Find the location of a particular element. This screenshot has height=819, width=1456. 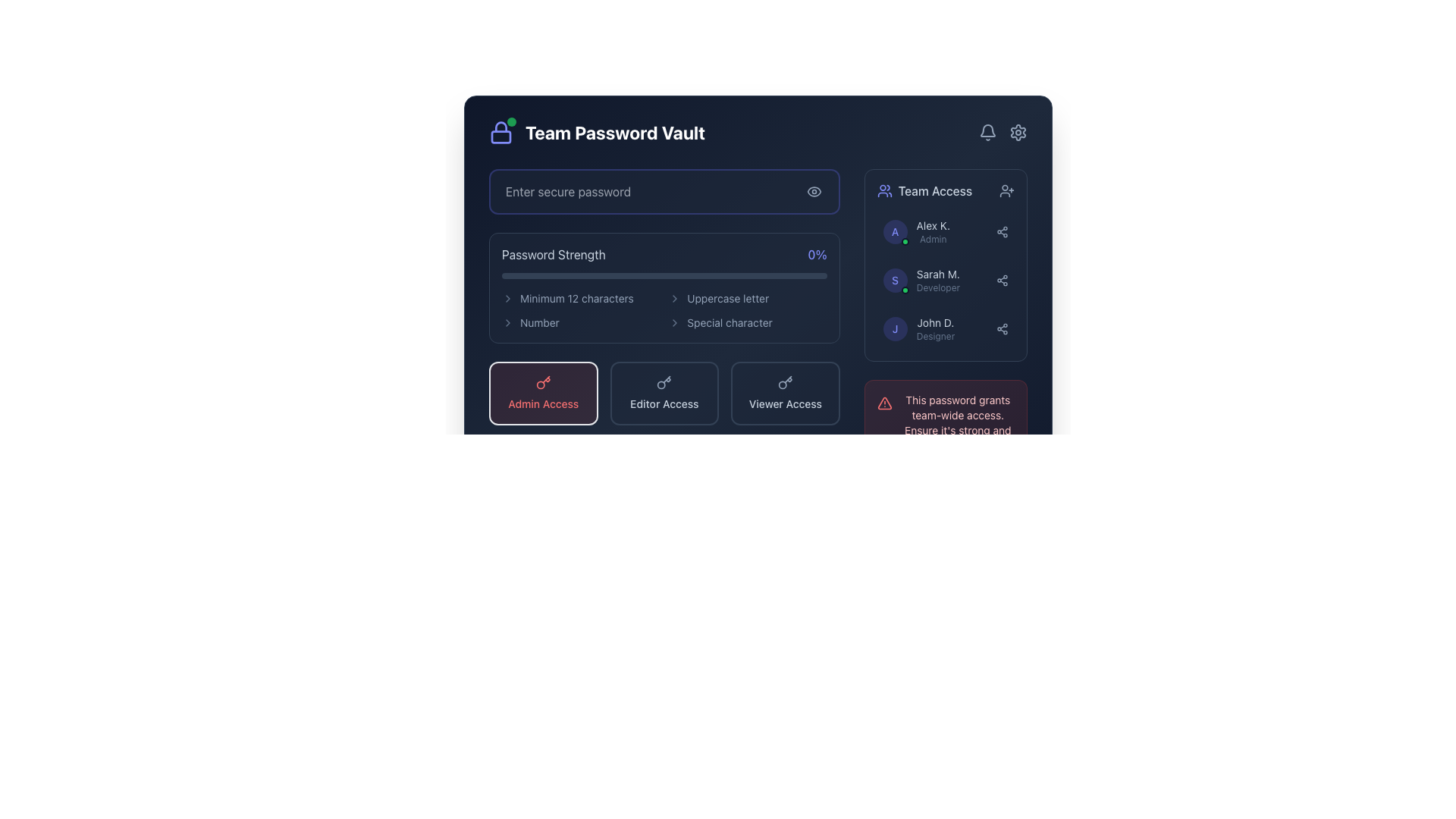

the 'Editor Access' button is located at coordinates (664, 393).